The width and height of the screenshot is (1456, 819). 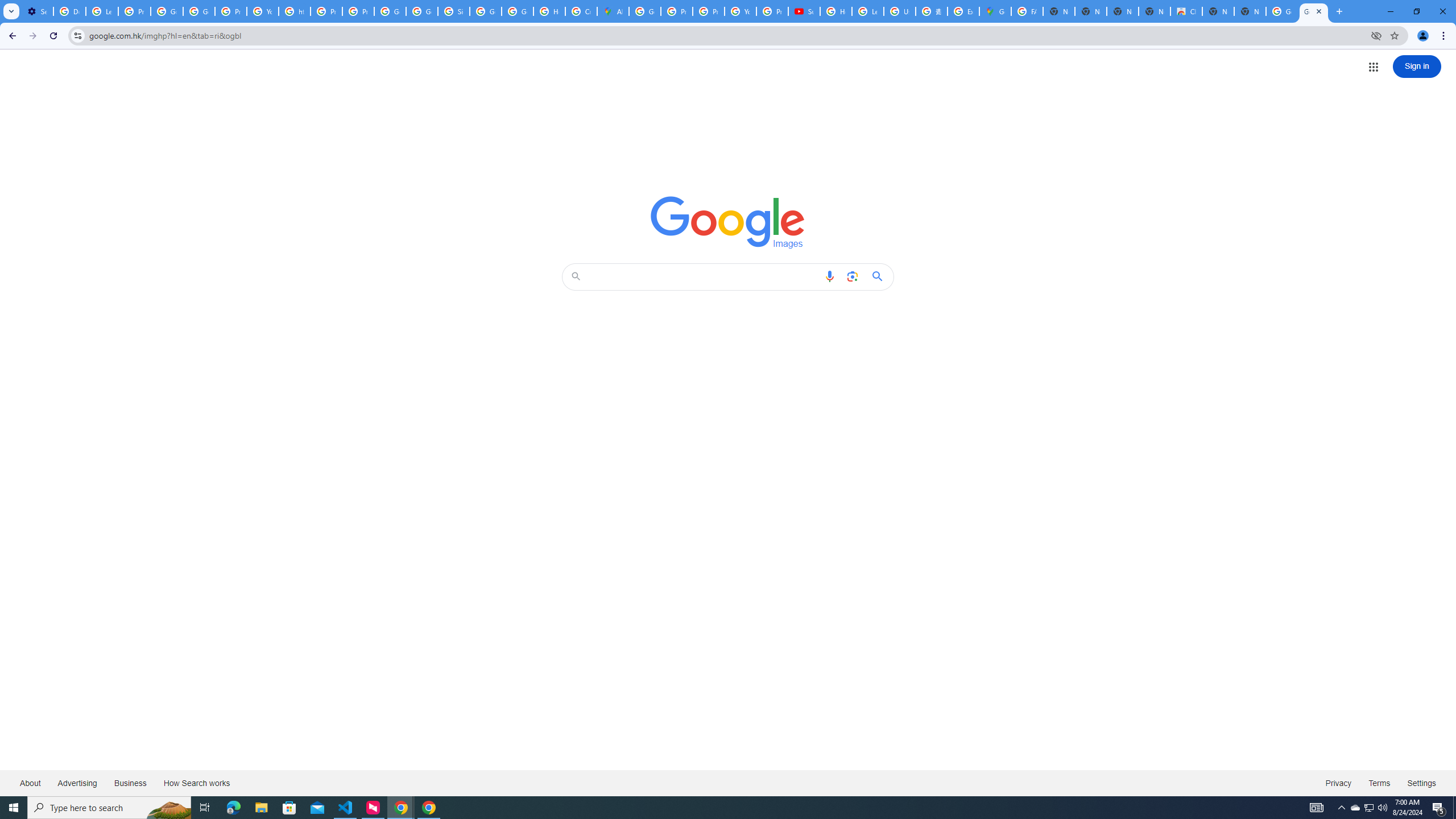 I want to click on 'Settings - On startup', so click(x=37, y=11).